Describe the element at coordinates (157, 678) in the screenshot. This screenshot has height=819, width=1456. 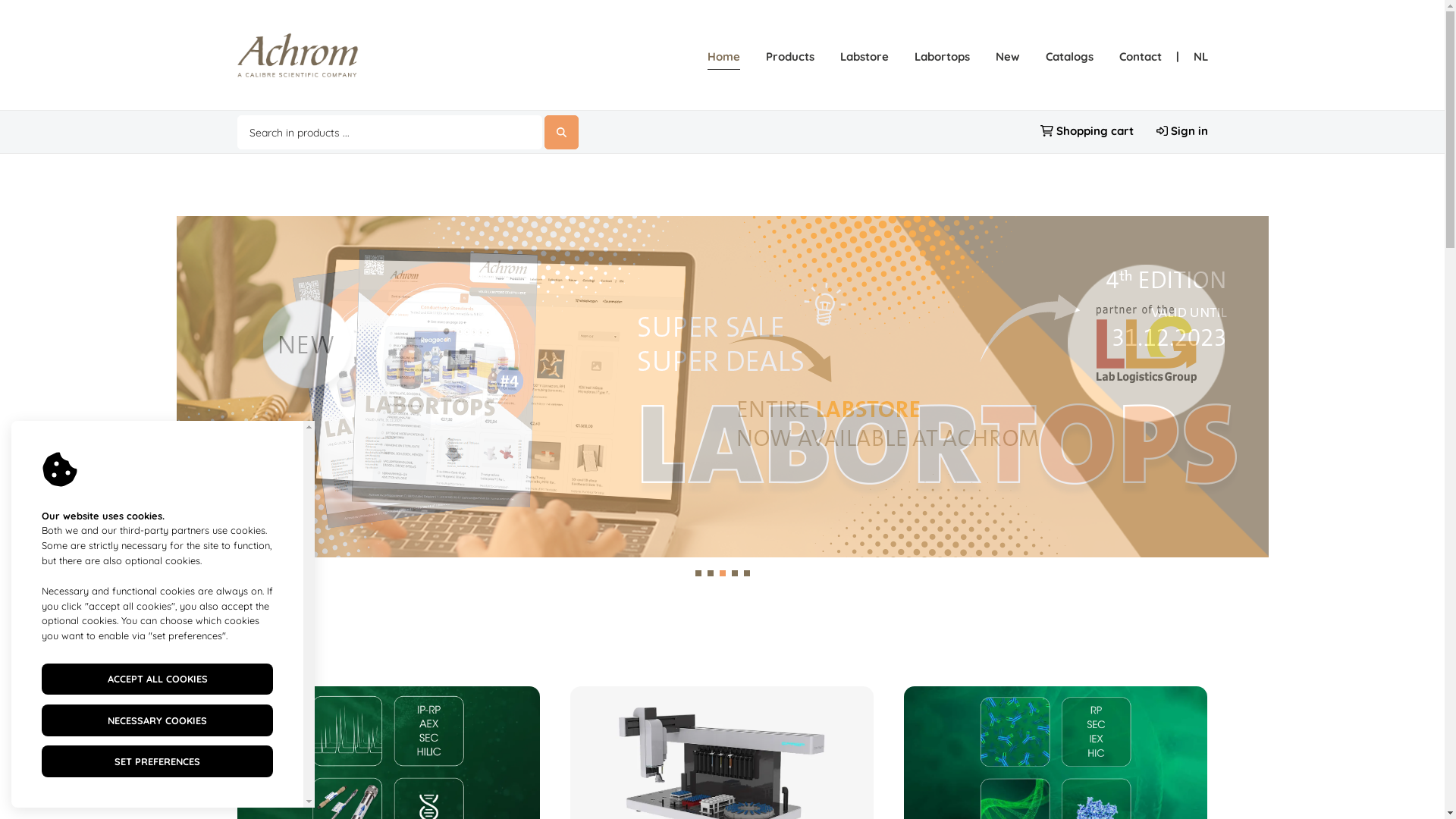
I see `'ACCEPT ALL COOKIES'` at that location.